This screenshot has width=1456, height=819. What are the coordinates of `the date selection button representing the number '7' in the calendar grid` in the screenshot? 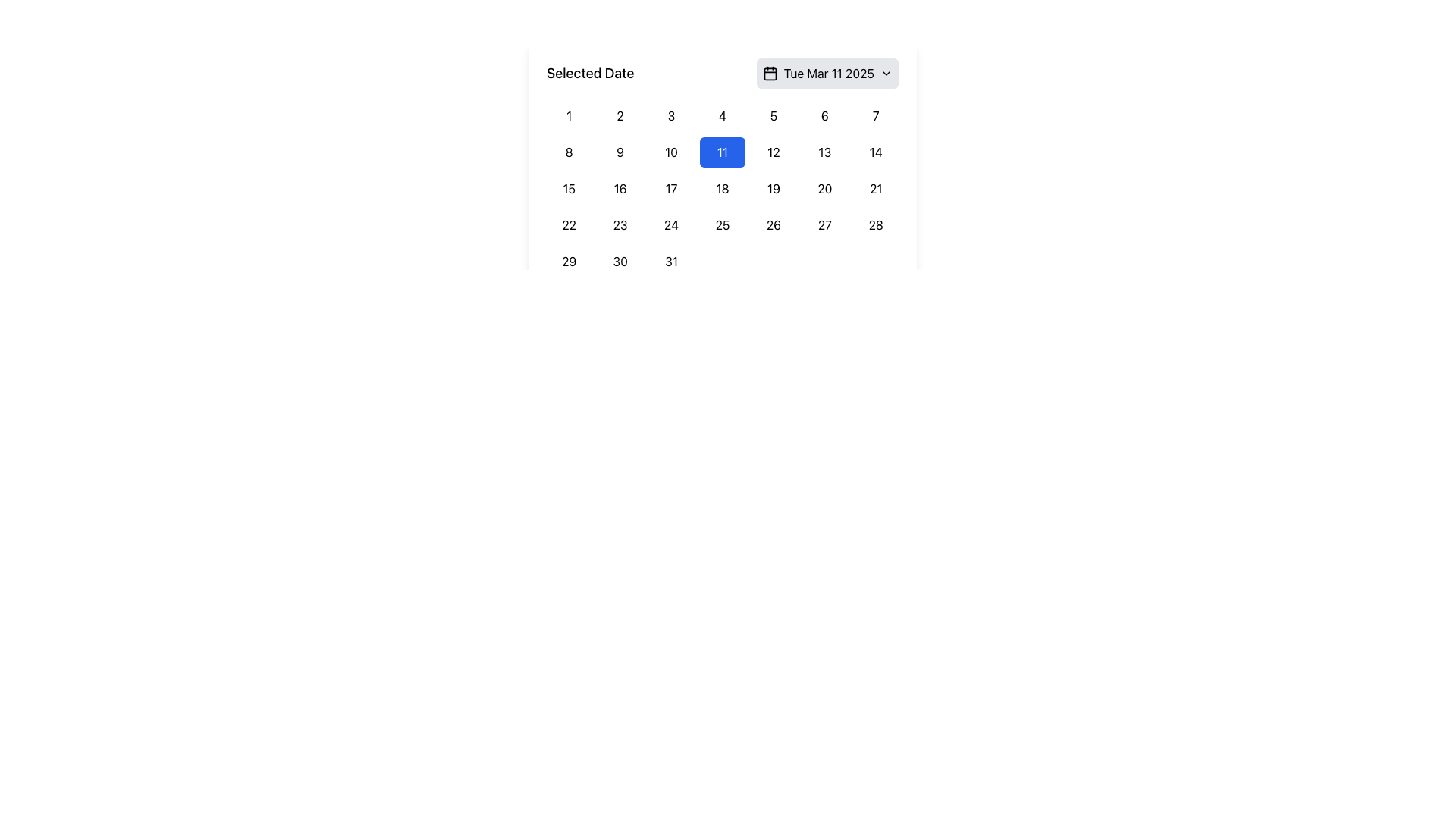 It's located at (876, 115).